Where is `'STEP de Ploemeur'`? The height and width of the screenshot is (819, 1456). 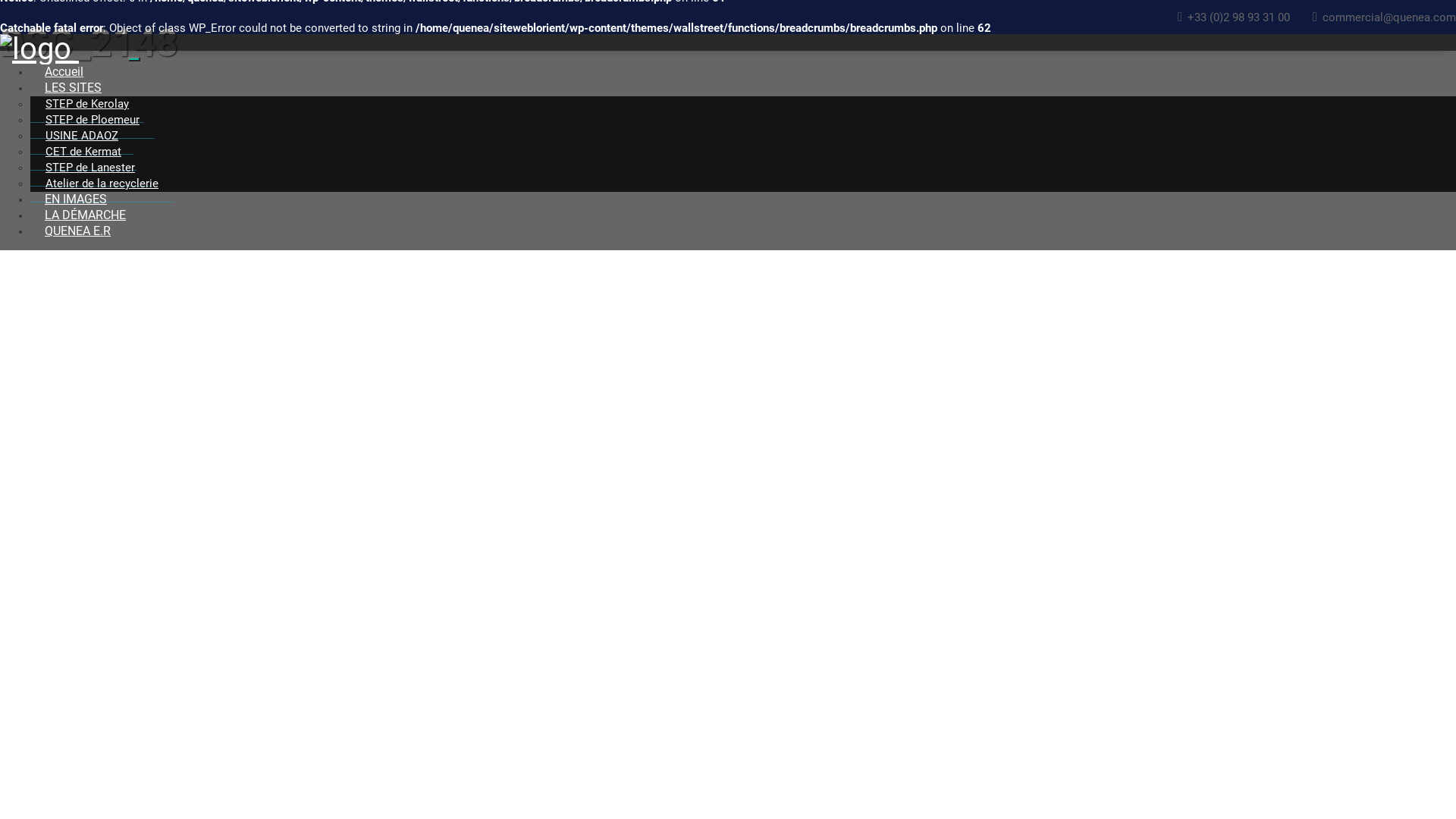 'STEP de Ploemeur' is located at coordinates (91, 119).